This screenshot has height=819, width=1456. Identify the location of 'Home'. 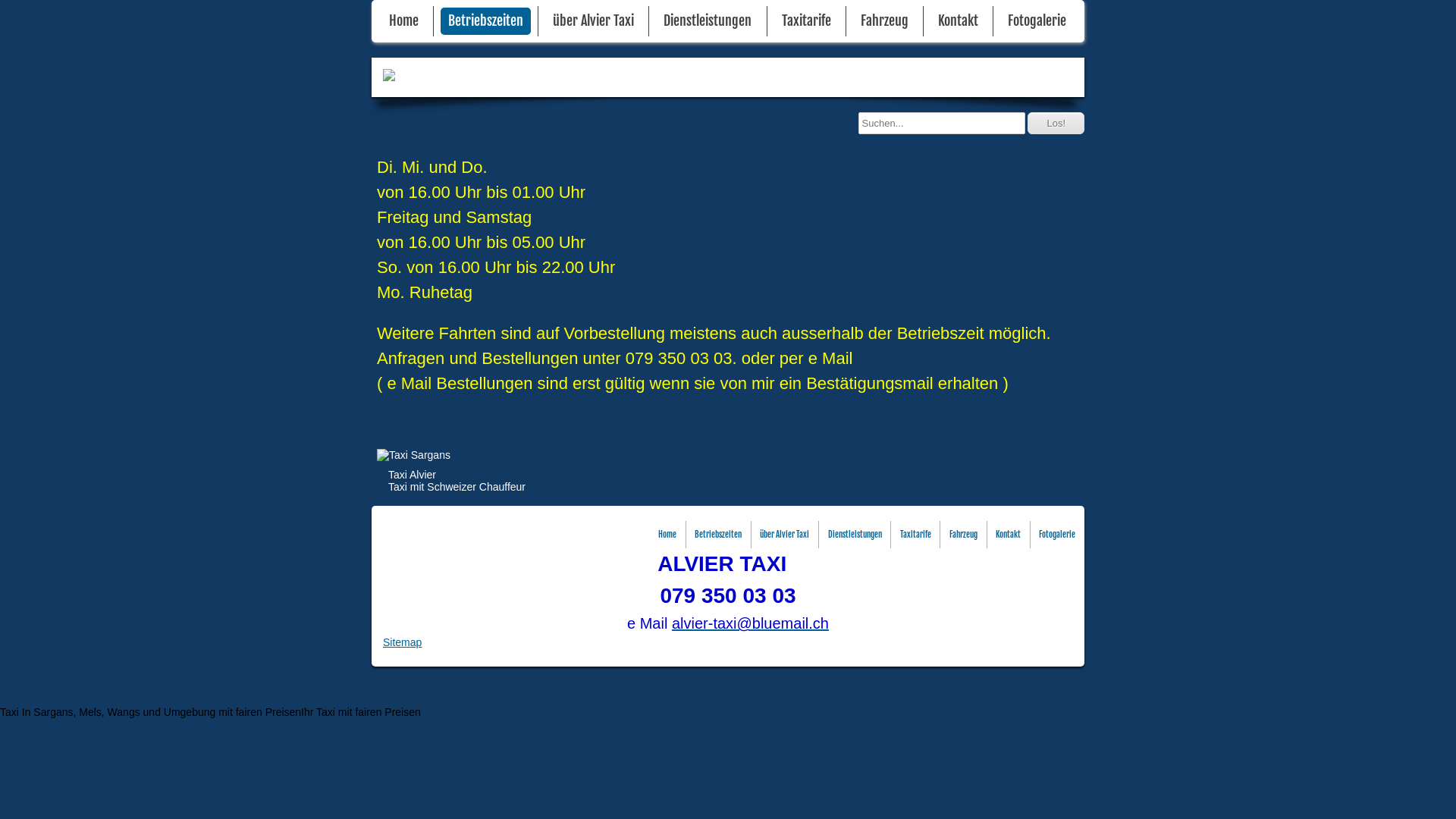
(381, 20).